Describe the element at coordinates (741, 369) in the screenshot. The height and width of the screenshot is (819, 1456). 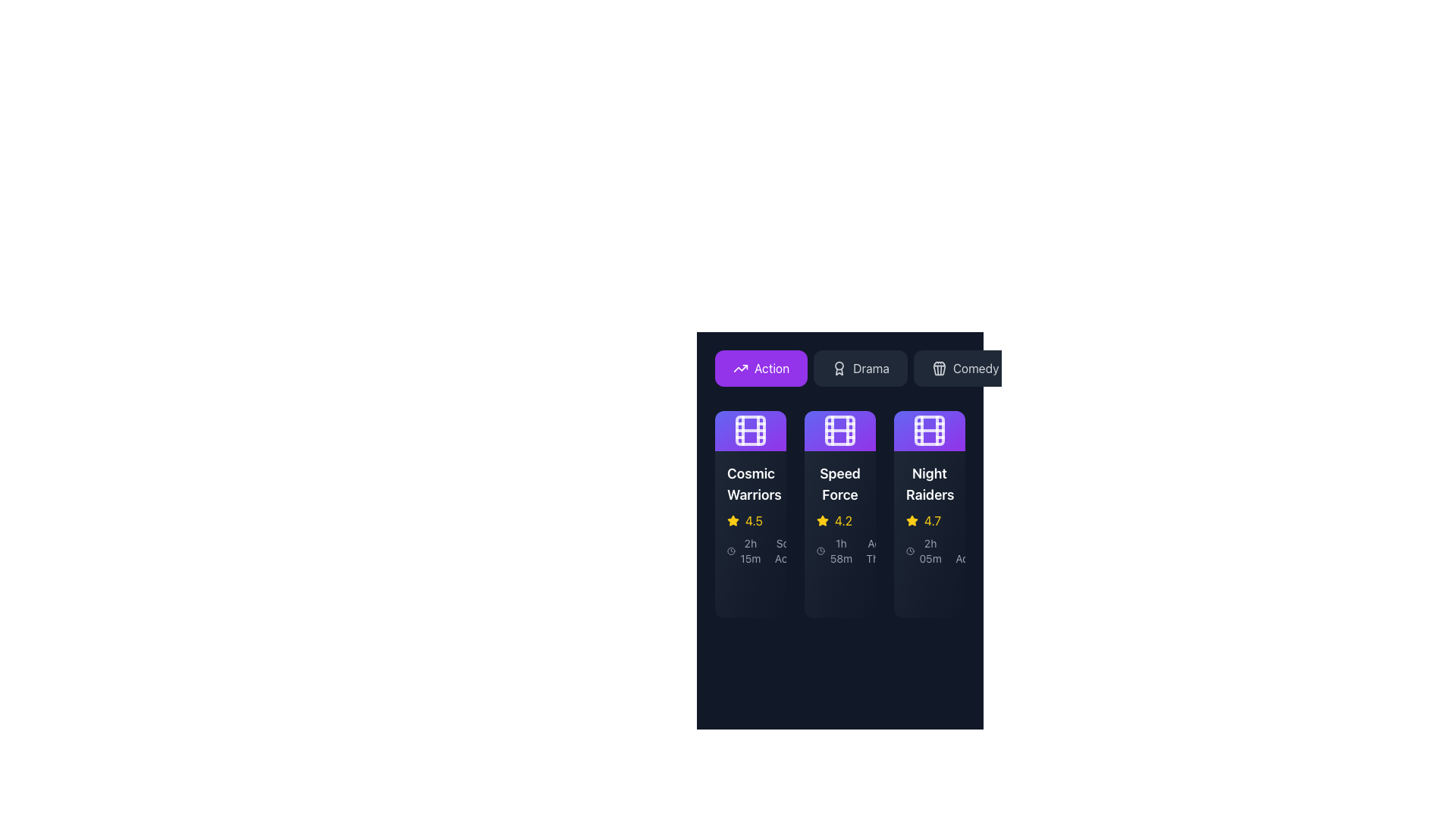
I see `the dynamic icon located at the top-left section of the 'Action' button to gather information regarding trending content` at that location.